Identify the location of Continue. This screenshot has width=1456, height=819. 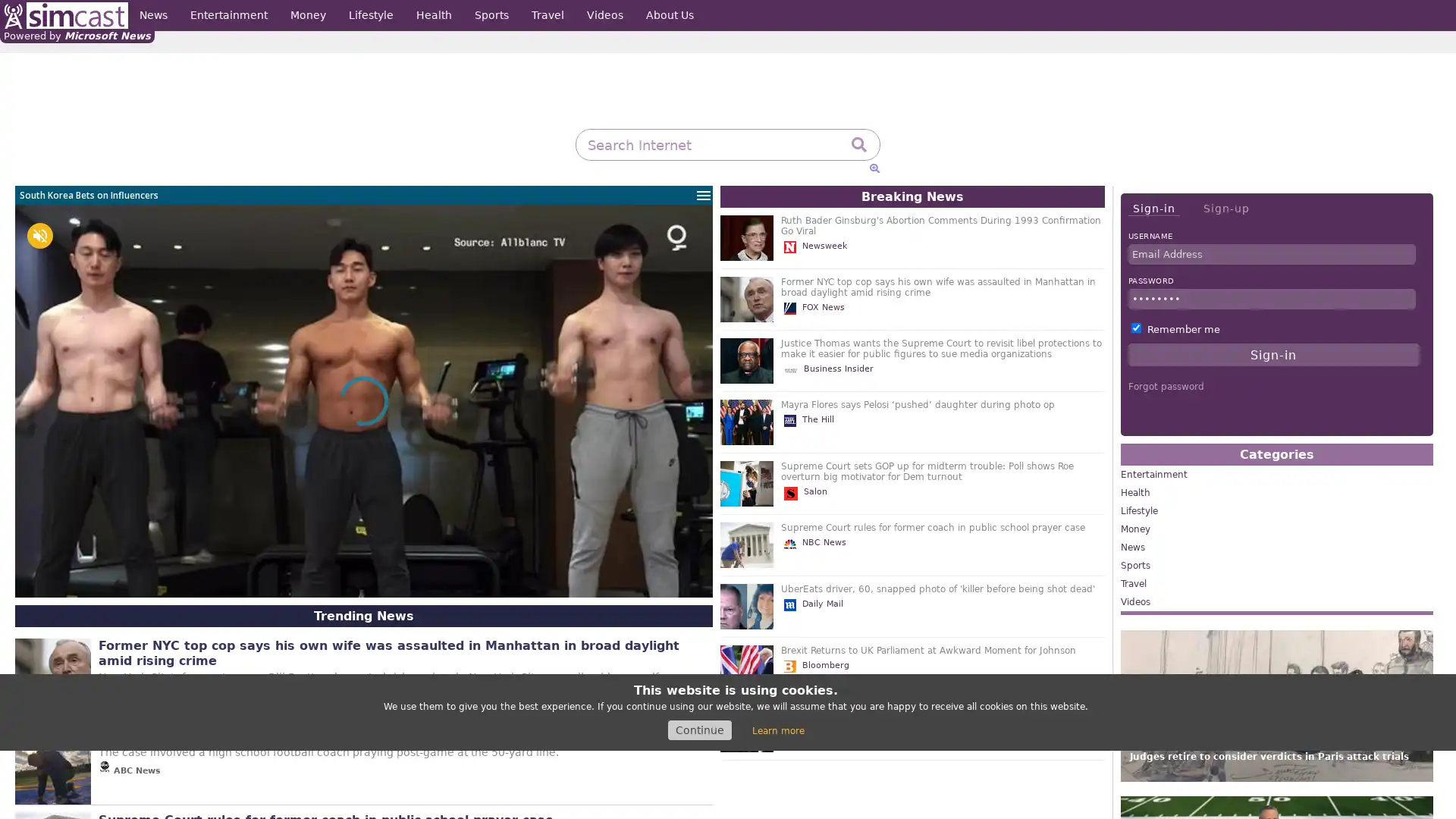
(698, 730).